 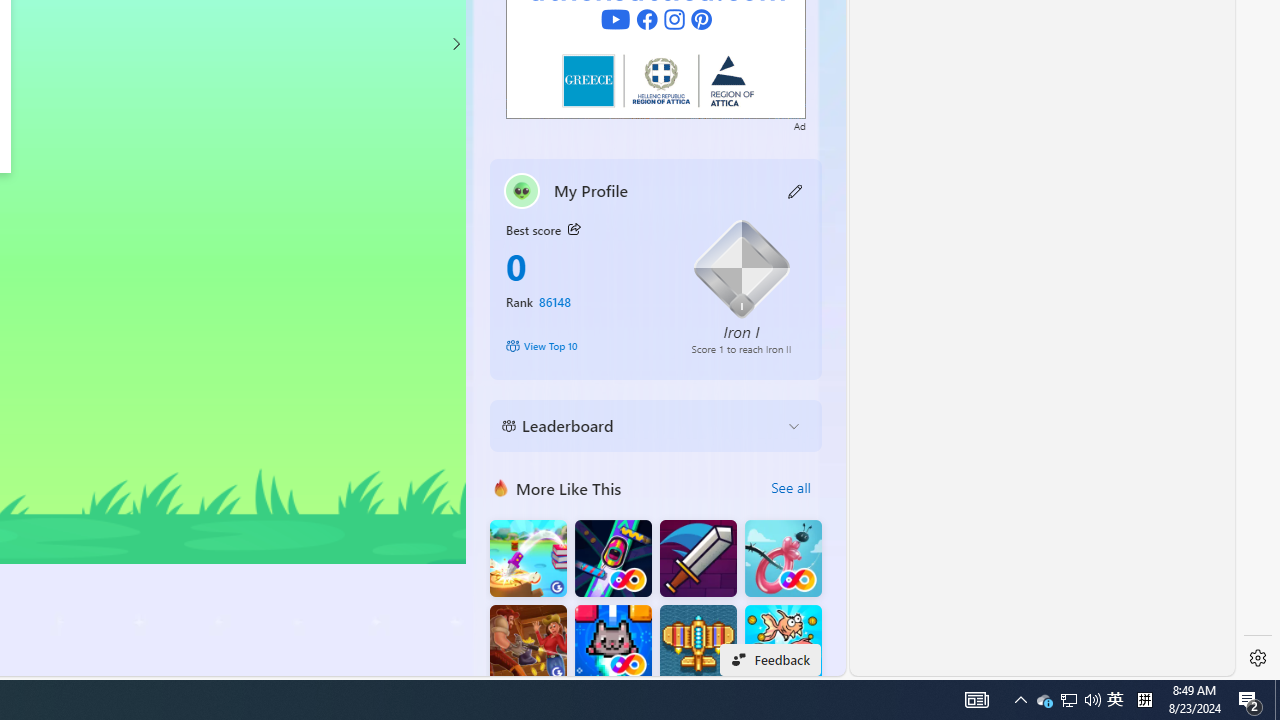 What do you see at coordinates (795, 190) in the screenshot?
I see `'Class: button edit-icon'` at bounding box center [795, 190].